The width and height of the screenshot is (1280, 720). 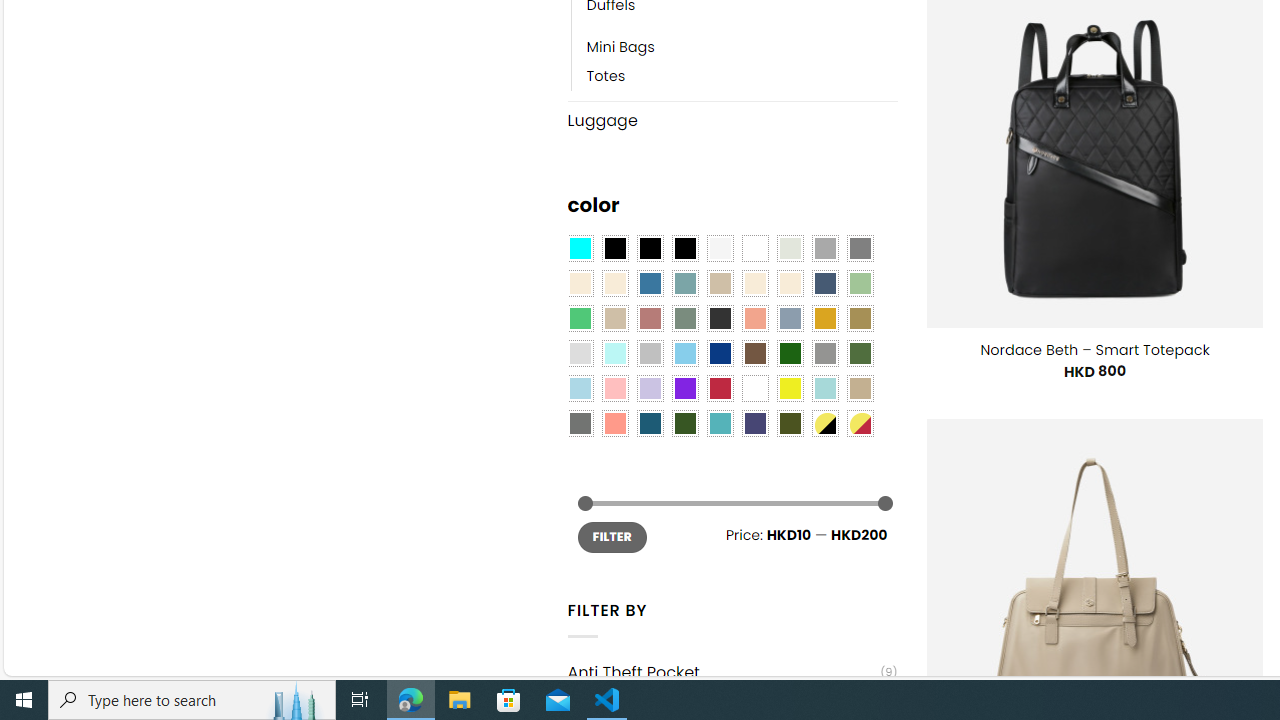 What do you see at coordinates (860, 423) in the screenshot?
I see `'Yellow-Red'` at bounding box center [860, 423].